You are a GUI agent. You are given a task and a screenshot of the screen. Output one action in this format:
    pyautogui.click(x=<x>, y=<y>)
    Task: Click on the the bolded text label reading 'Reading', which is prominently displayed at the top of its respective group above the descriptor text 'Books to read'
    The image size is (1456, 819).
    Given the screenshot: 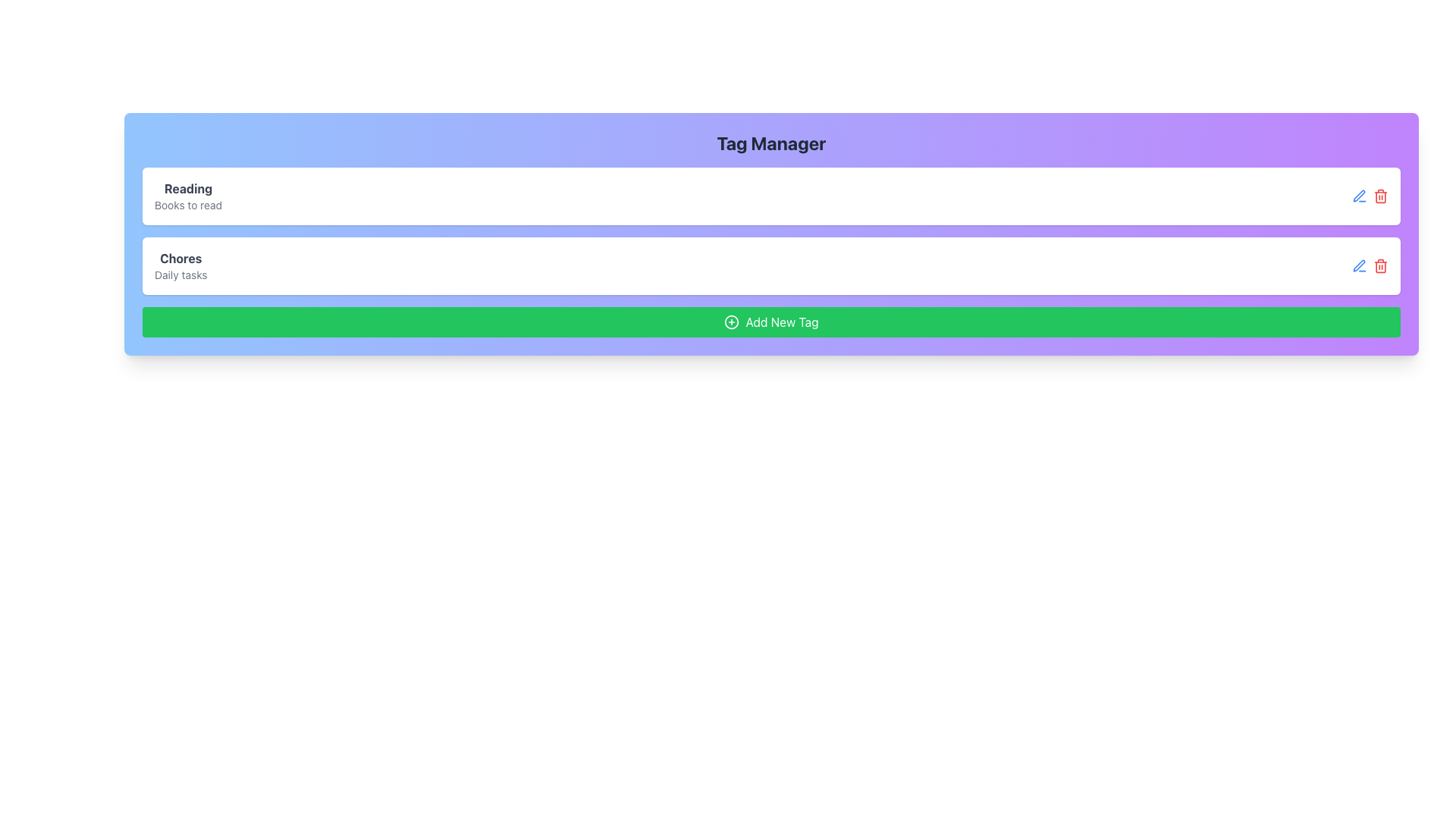 What is the action you would take?
    pyautogui.click(x=187, y=188)
    